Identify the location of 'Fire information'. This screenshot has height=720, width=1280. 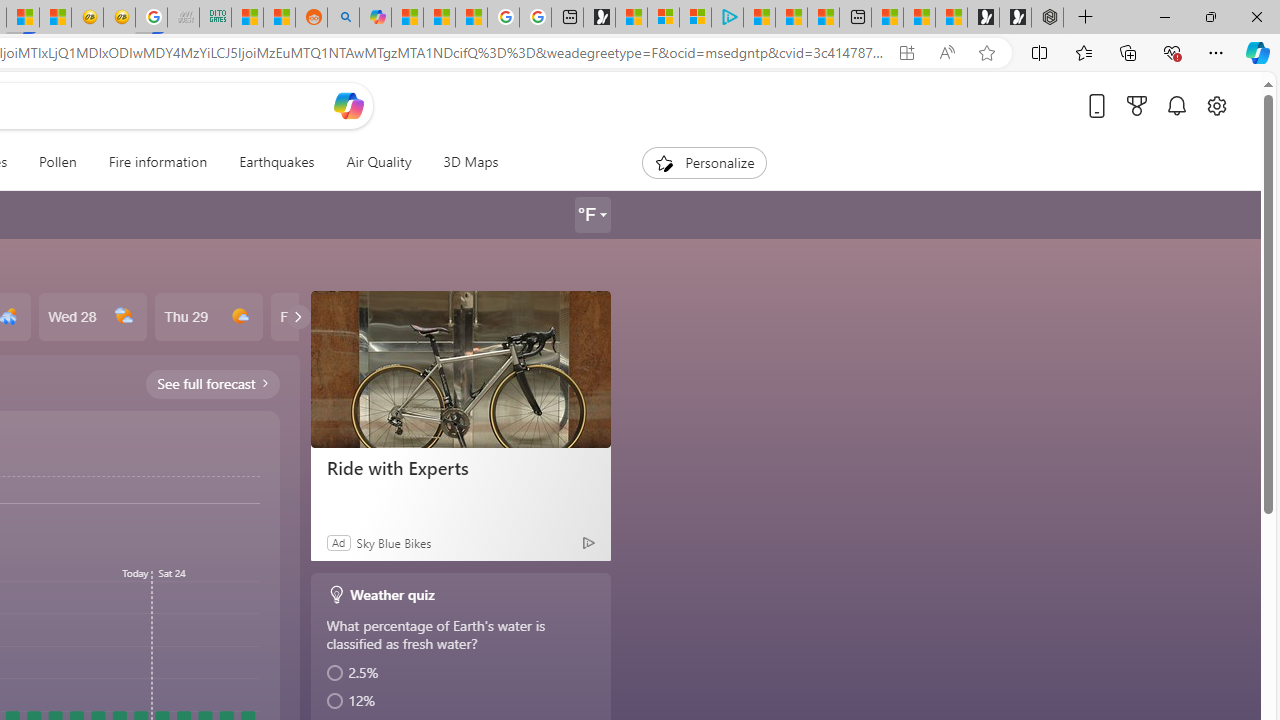
(157, 162).